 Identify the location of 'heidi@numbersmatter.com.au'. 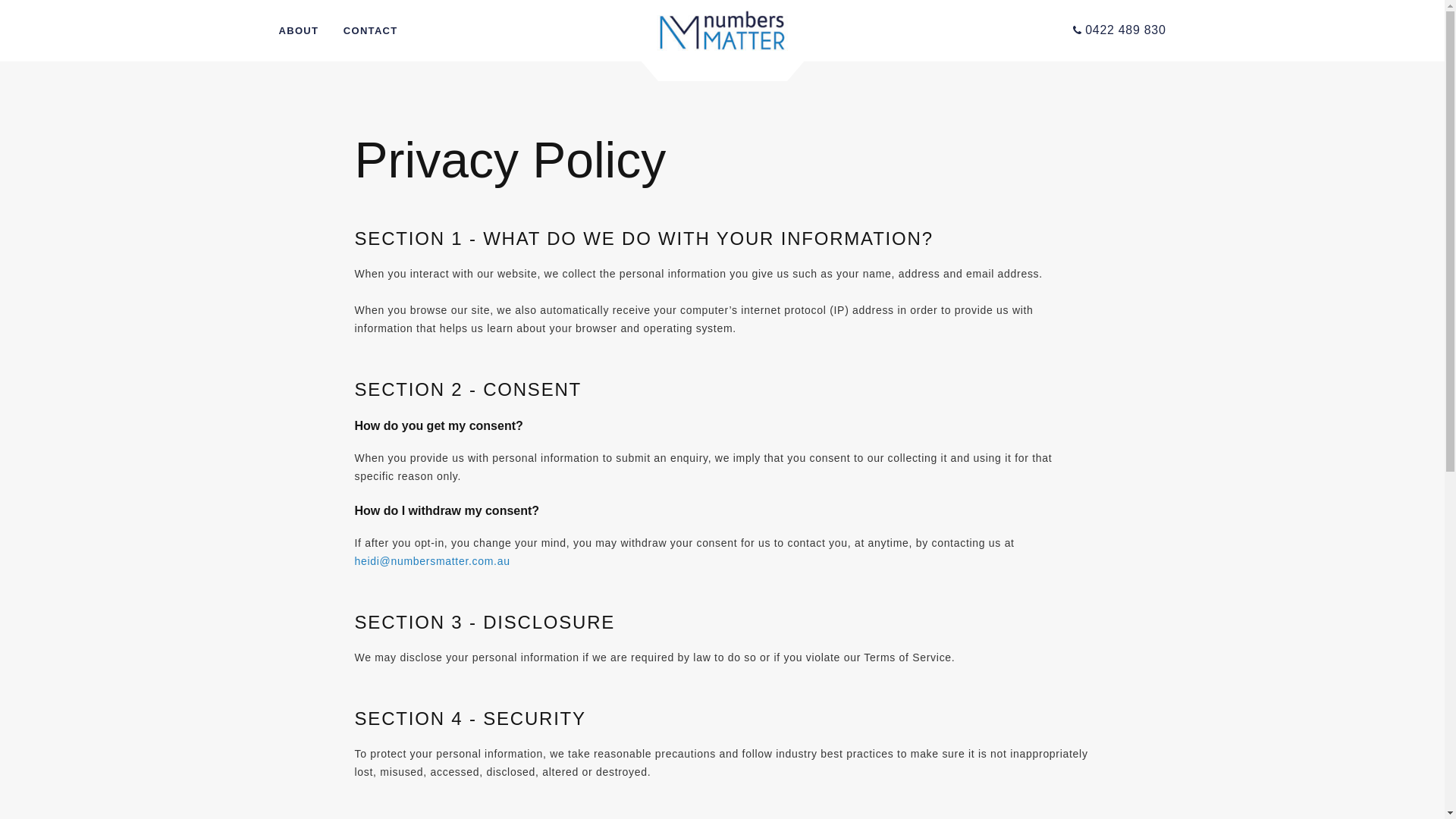
(431, 561).